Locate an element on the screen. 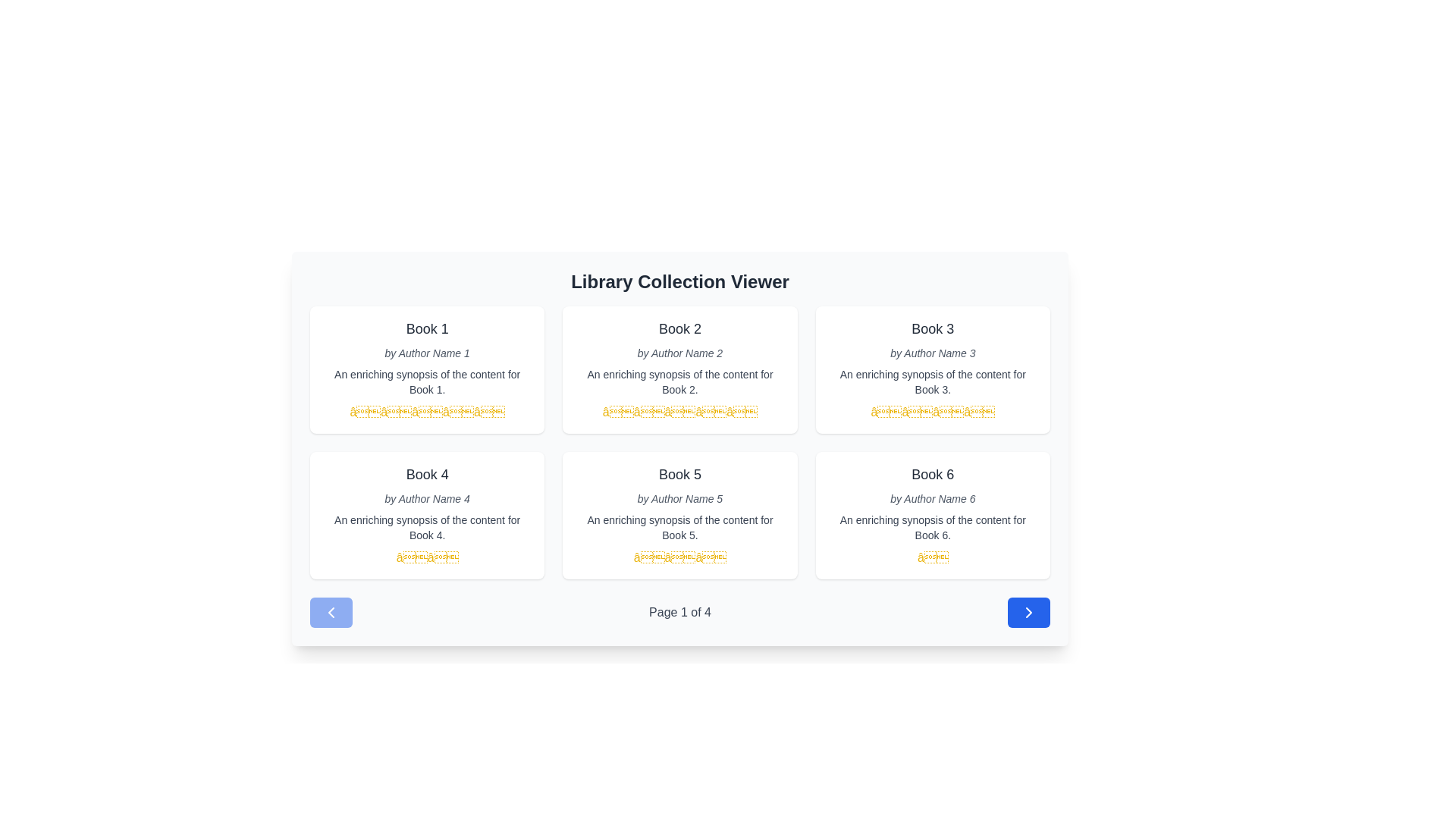 The height and width of the screenshot is (819, 1456). the fourth card in the grid layout that displays book-related information is located at coordinates (426, 514).